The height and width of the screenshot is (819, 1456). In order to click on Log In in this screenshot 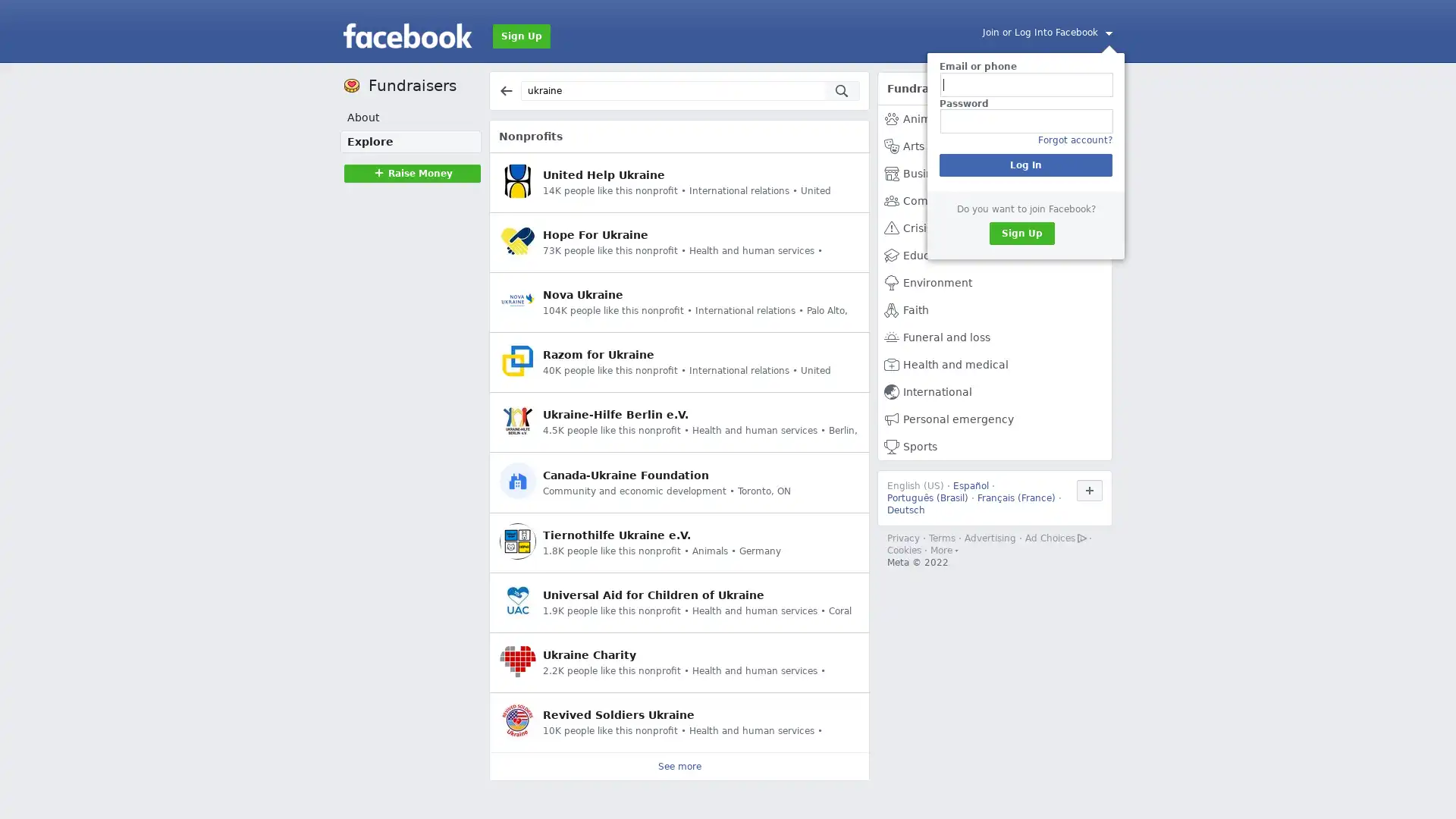, I will do `click(1026, 165)`.